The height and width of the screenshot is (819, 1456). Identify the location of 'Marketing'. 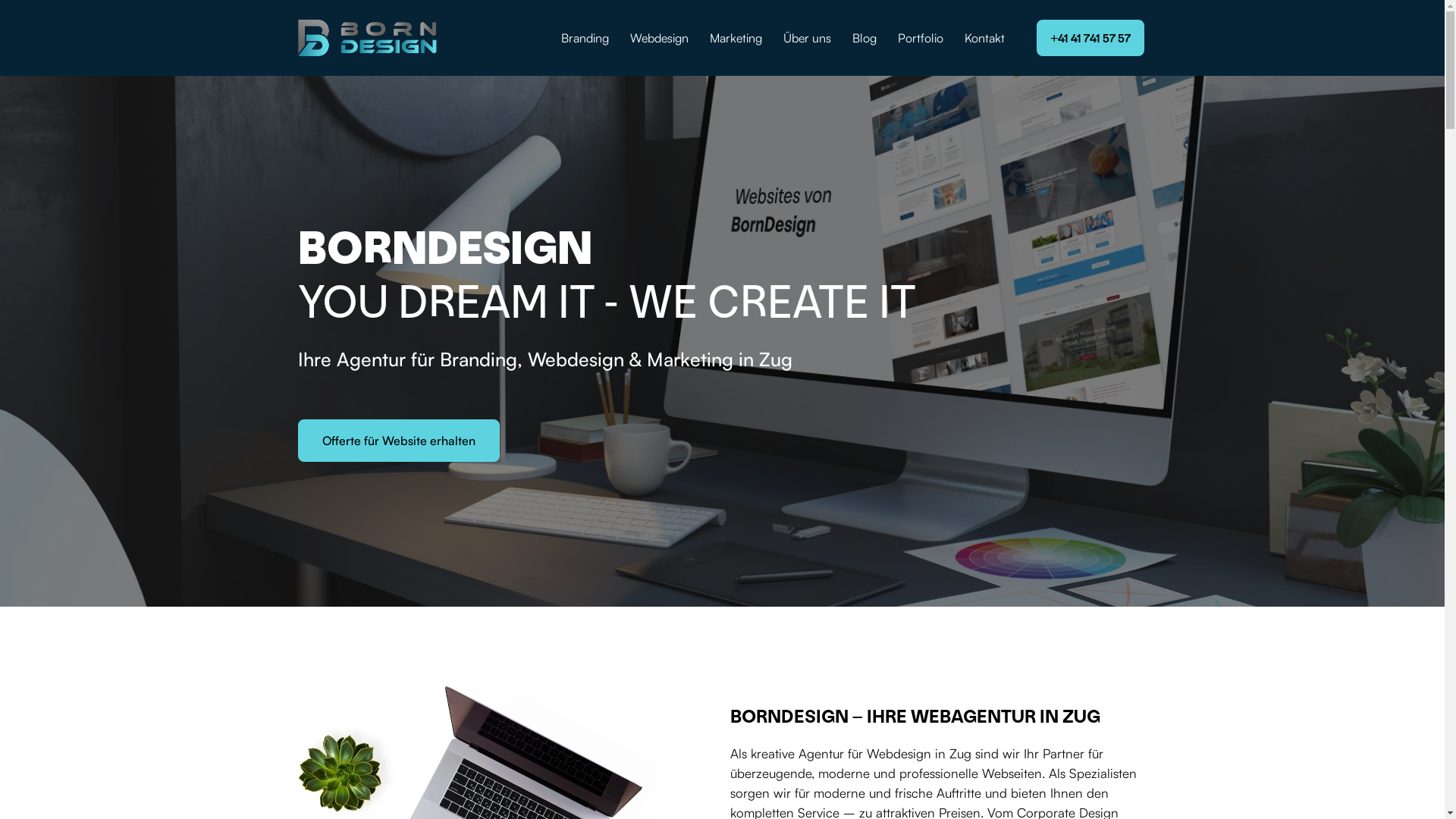
(698, 37).